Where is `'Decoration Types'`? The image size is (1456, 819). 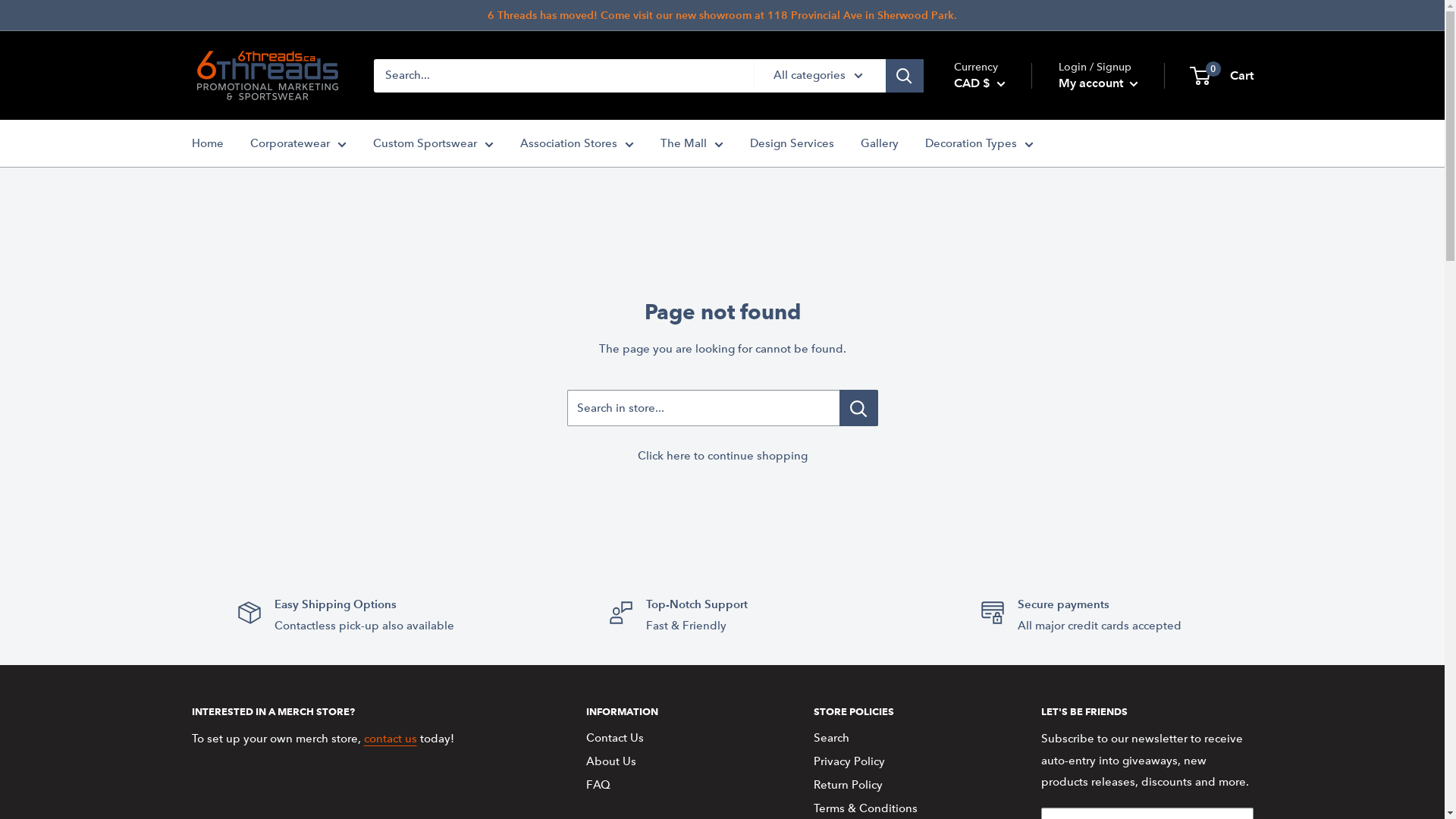 'Decoration Types' is located at coordinates (979, 143).